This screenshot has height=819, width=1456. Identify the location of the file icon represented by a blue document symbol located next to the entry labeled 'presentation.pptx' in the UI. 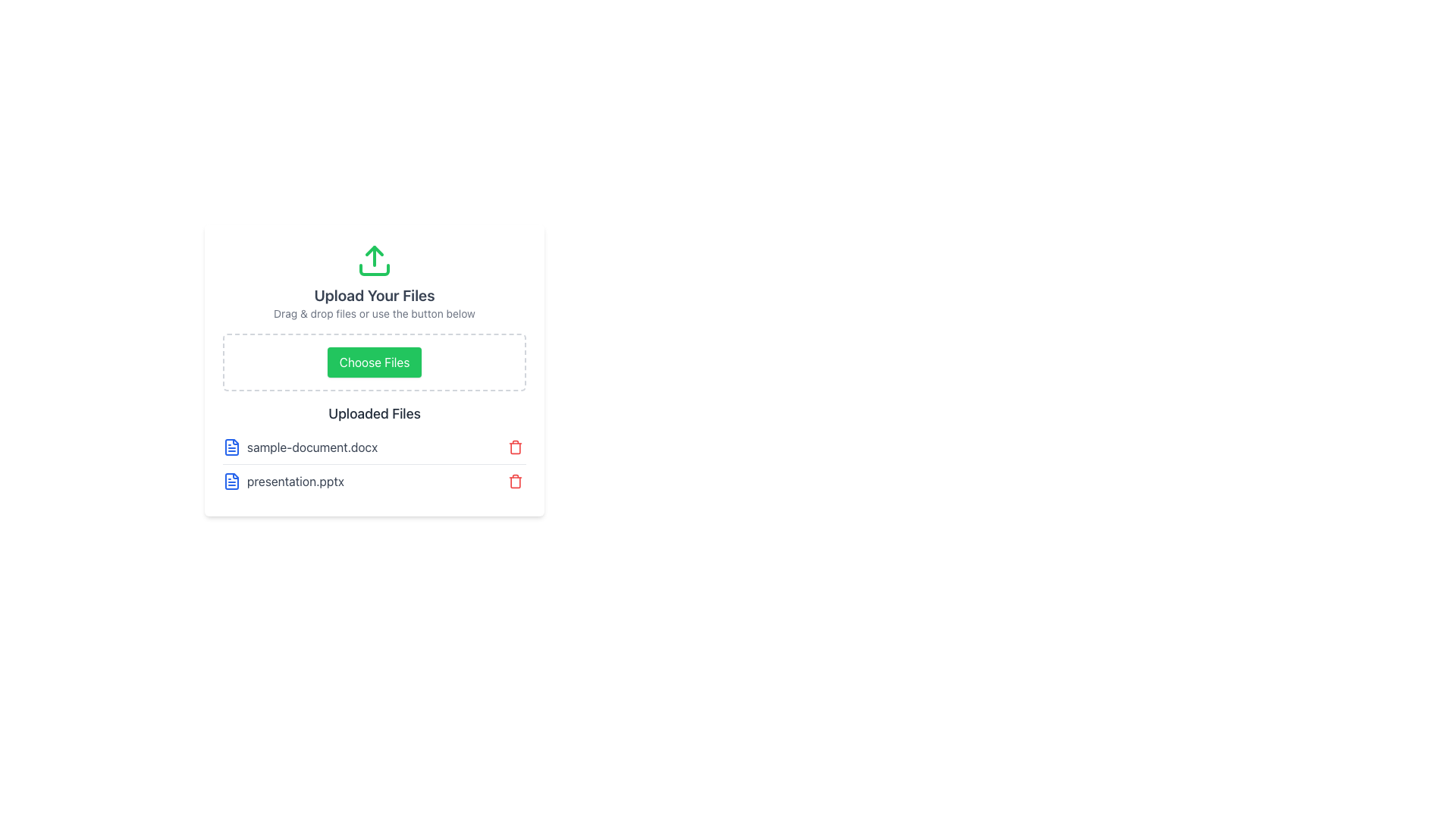
(231, 482).